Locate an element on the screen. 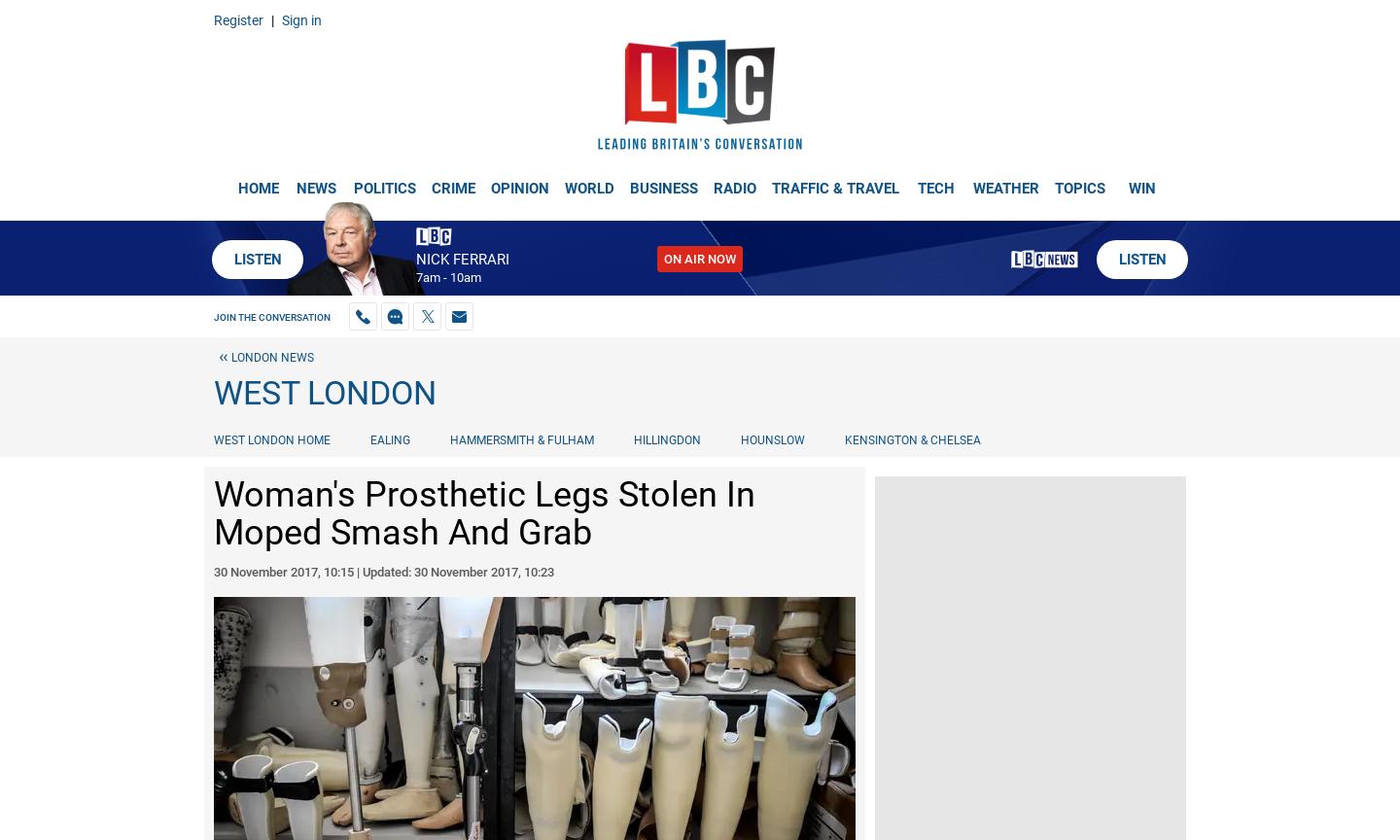 This screenshot has height=840, width=1400. 'West London' is located at coordinates (325, 390).